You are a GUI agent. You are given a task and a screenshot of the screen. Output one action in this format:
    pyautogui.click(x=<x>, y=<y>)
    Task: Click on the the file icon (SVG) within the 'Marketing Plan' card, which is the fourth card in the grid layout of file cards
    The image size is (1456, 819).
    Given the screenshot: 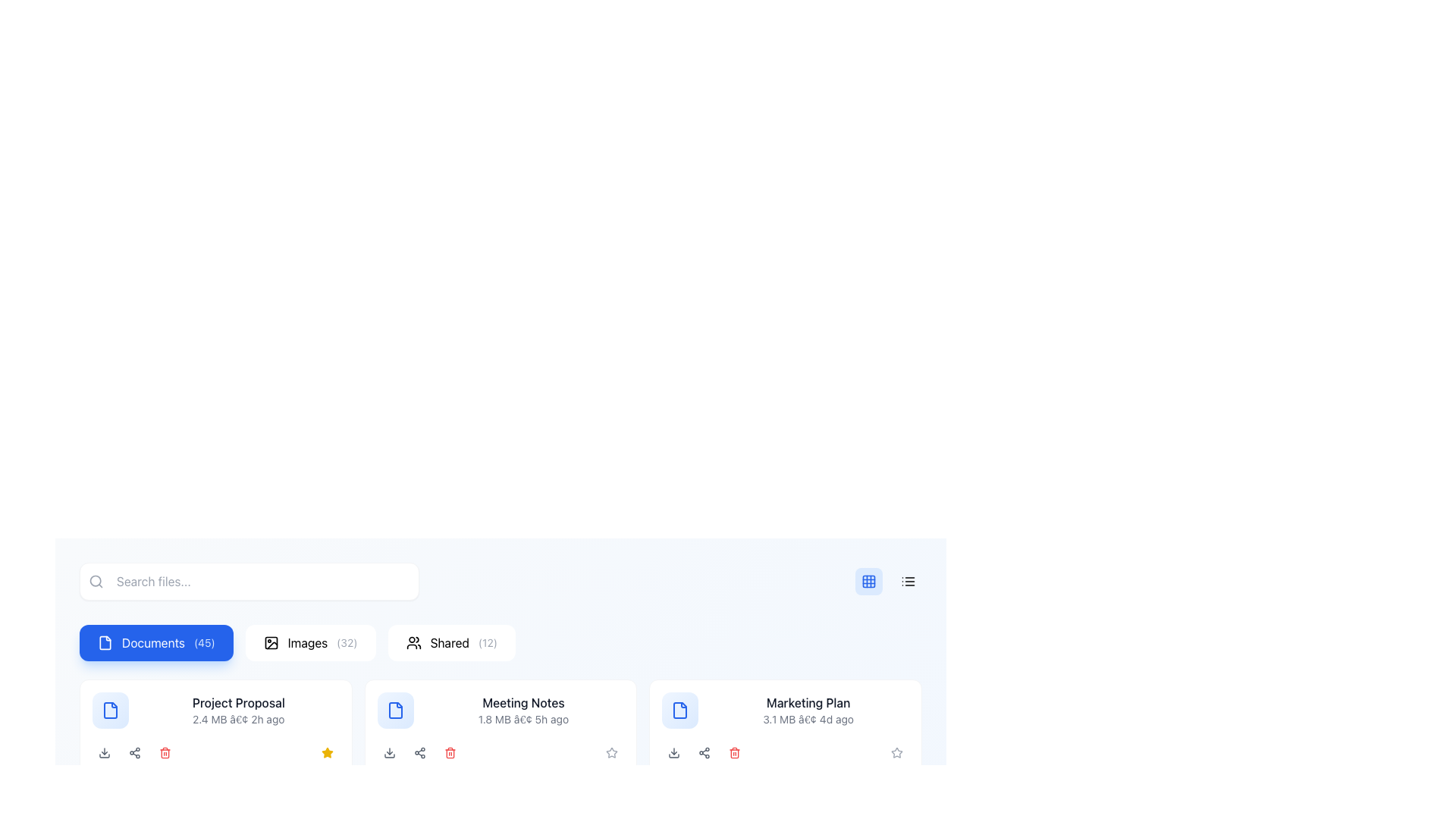 What is the action you would take?
    pyautogui.click(x=679, y=711)
    